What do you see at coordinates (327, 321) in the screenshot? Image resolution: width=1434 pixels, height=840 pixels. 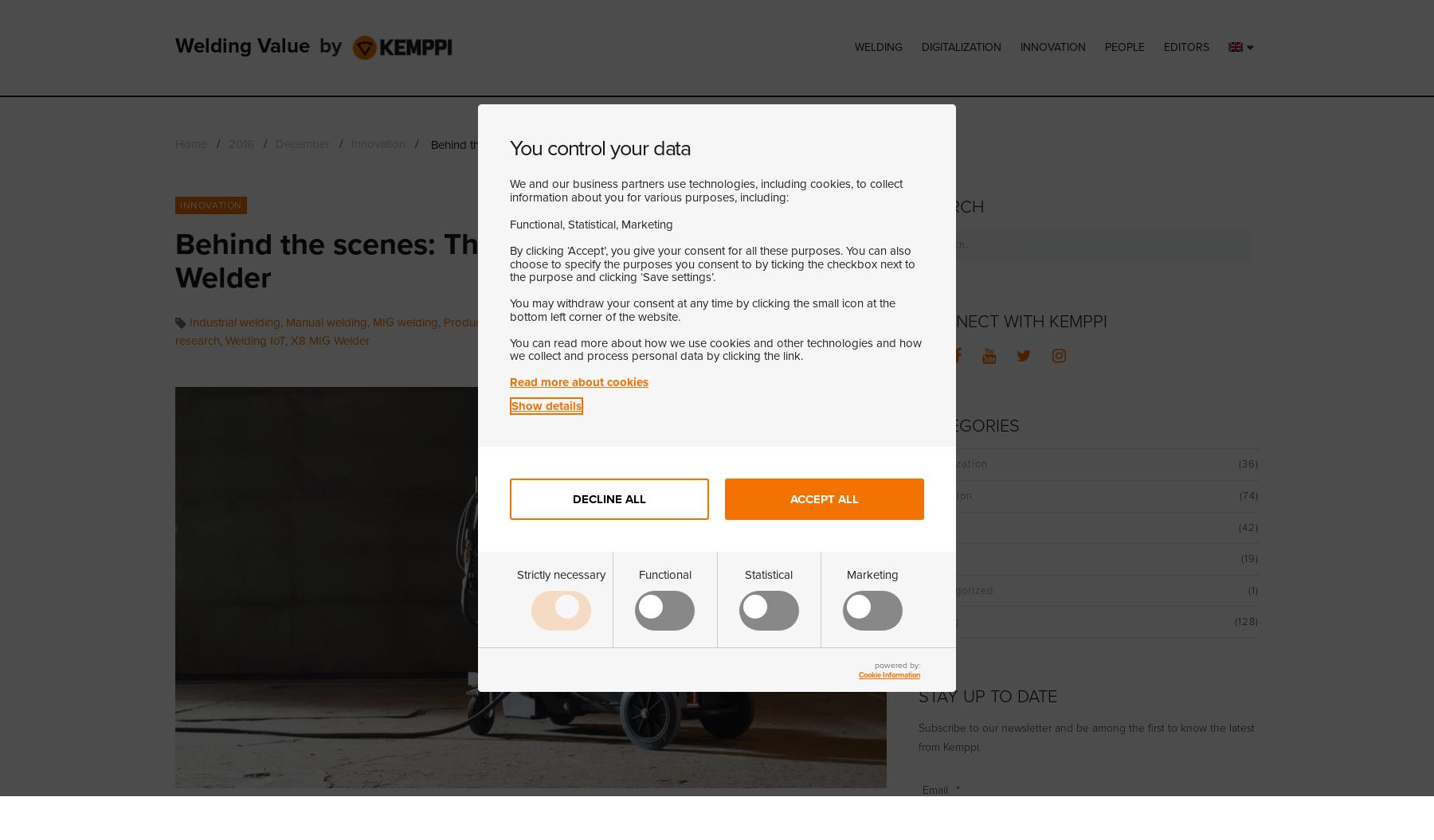 I see `'Manual welding'` at bounding box center [327, 321].